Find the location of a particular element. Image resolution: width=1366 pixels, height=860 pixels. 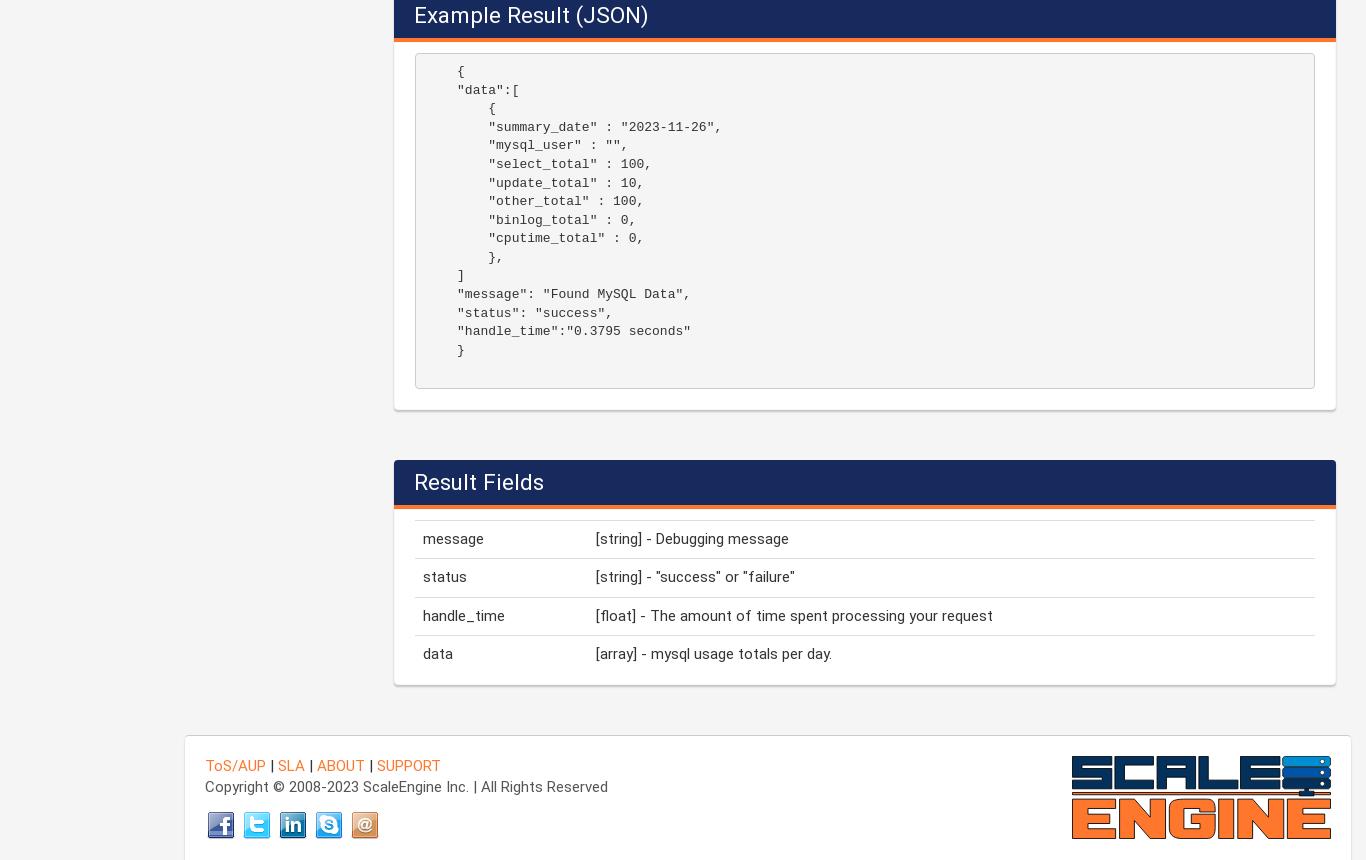

'SUPPORT' is located at coordinates (407, 764).